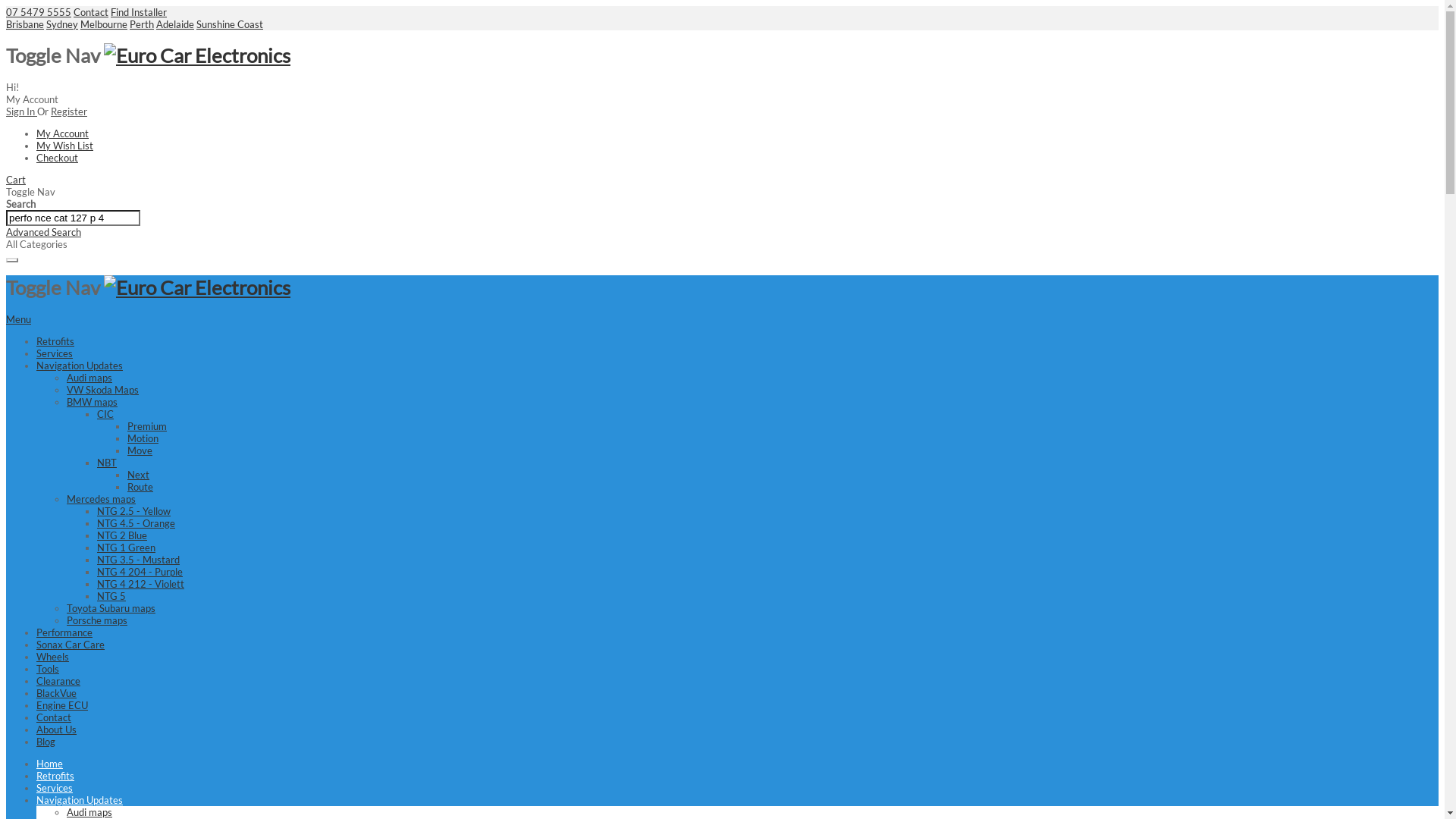 Image resolution: width=1456 pixels, height=819 pixels. Describe the element at coordinates (79, 24) in the screenshot. I see `'Melbourne'` at that location.